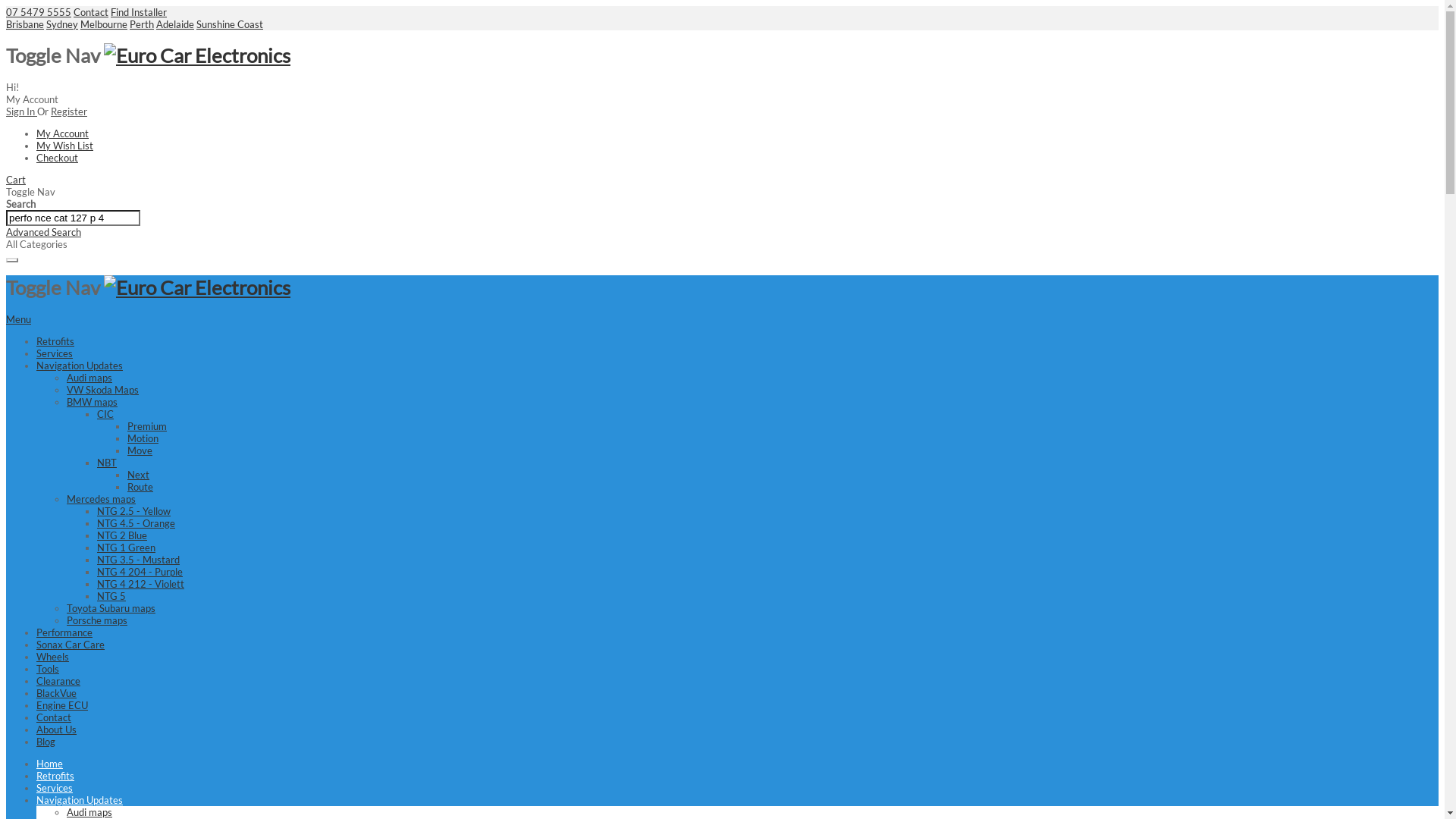 Image resolution: width=1456 pixels, height=819 pixels. Describe the element at coordinates (79, 24) in the screenshot. I see `'Melbourne'` at that location.